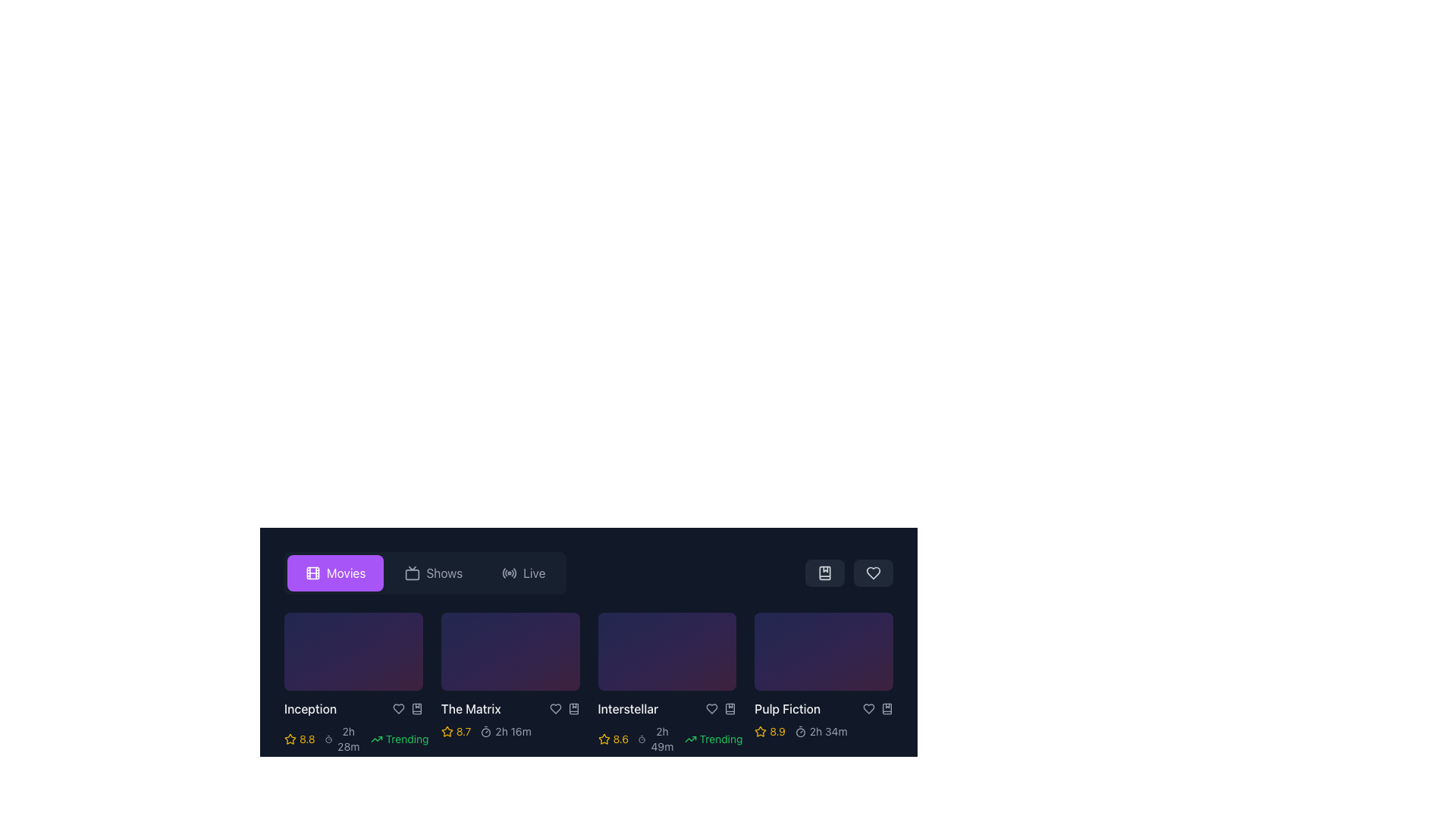 This screenshot has width=1456, height=819. What do you see at coordinates (667, 738) in the screenshot?
I see `the information display cluster that shows the rating, duration, and trending status of the 'Interstellar' movie, located directly beneath its title` at bounding box center [667, 738].